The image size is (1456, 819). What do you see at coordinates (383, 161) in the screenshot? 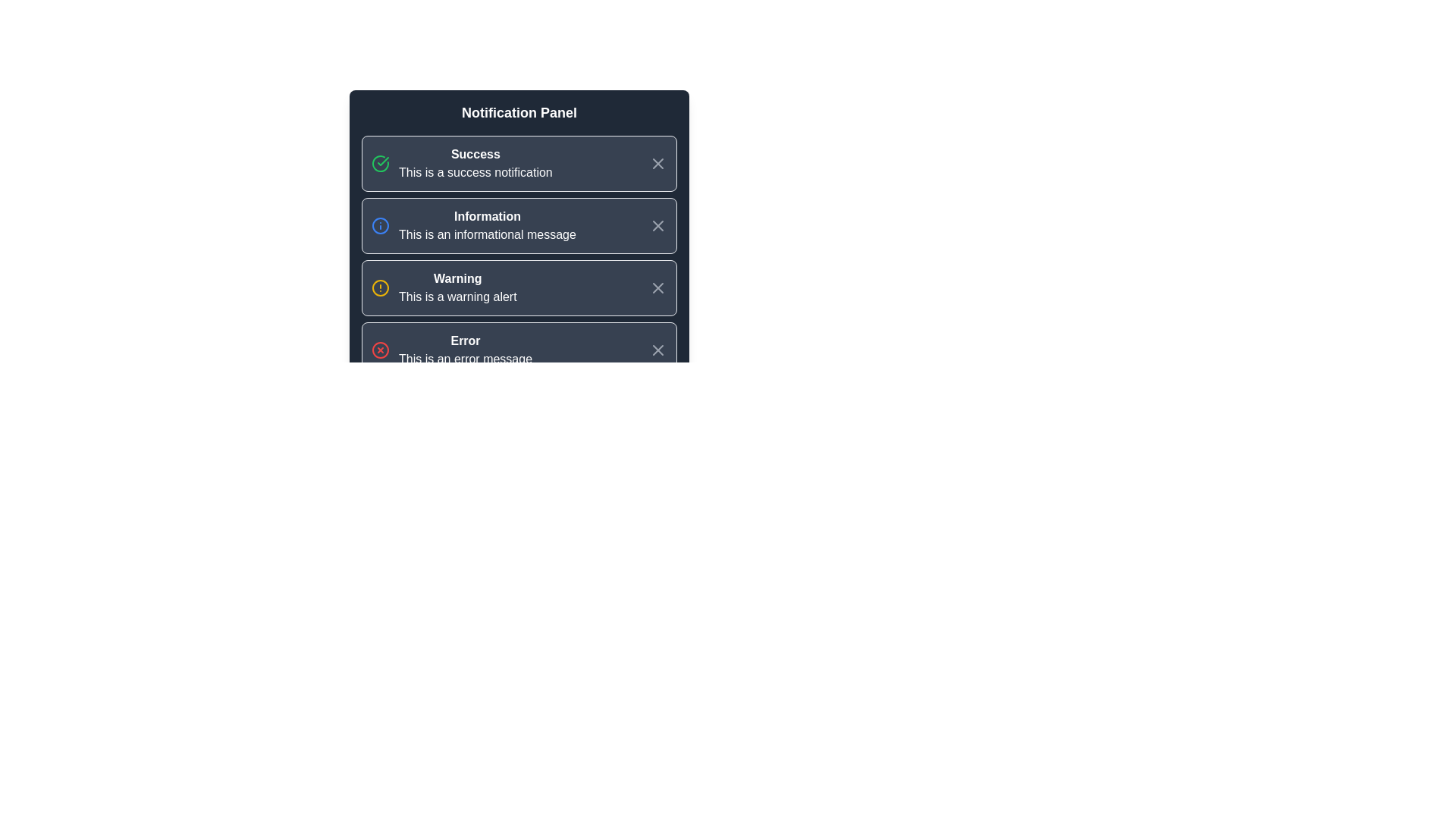
I see `the green checkmark icon within the 'Success' notification entry in the notification panel to indicate a success message` at bounding box center [383, 161].